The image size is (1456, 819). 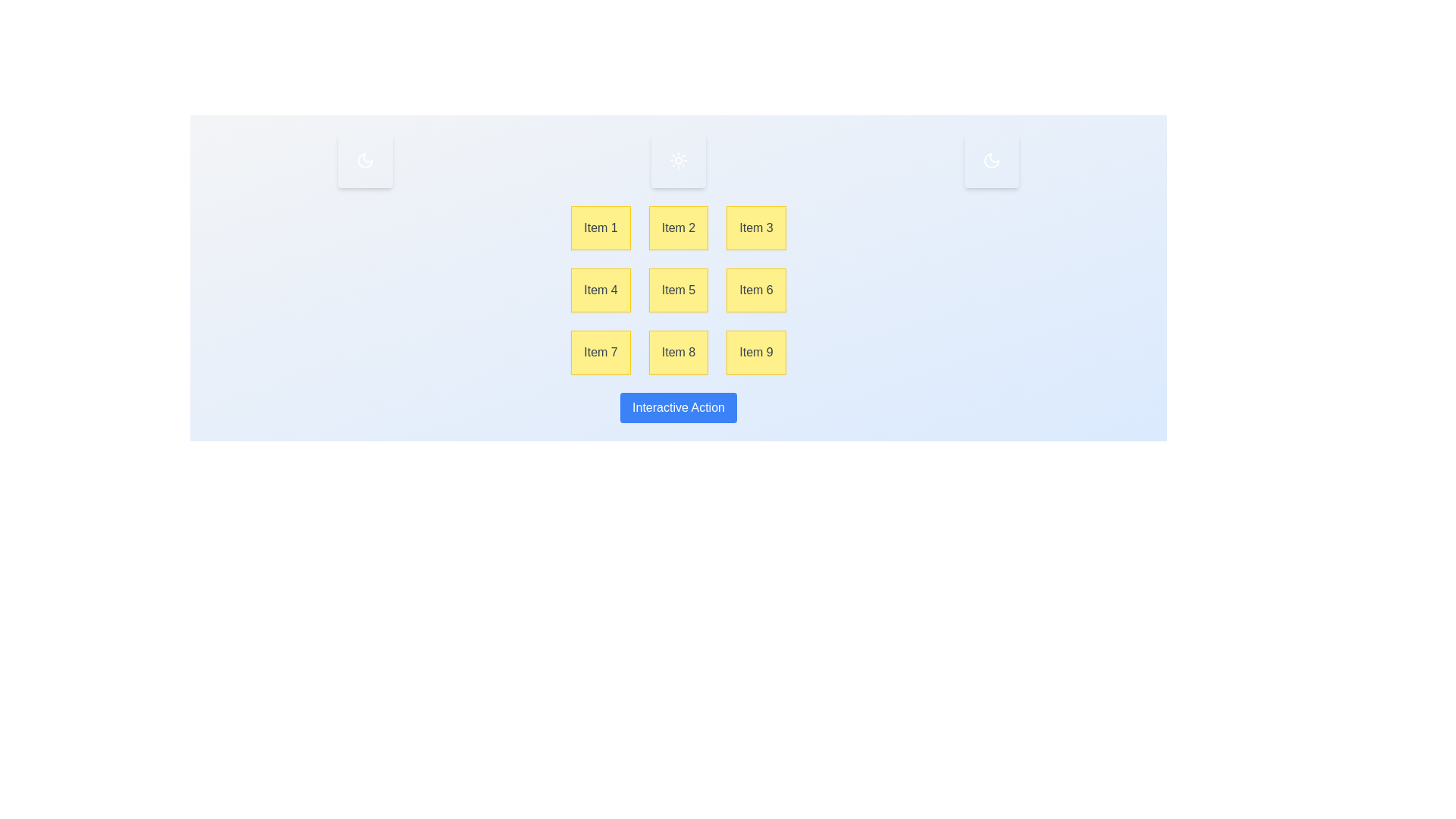 I want to click on the circular sun-like button with a white design against a blue background, so click(x=677, y=161).